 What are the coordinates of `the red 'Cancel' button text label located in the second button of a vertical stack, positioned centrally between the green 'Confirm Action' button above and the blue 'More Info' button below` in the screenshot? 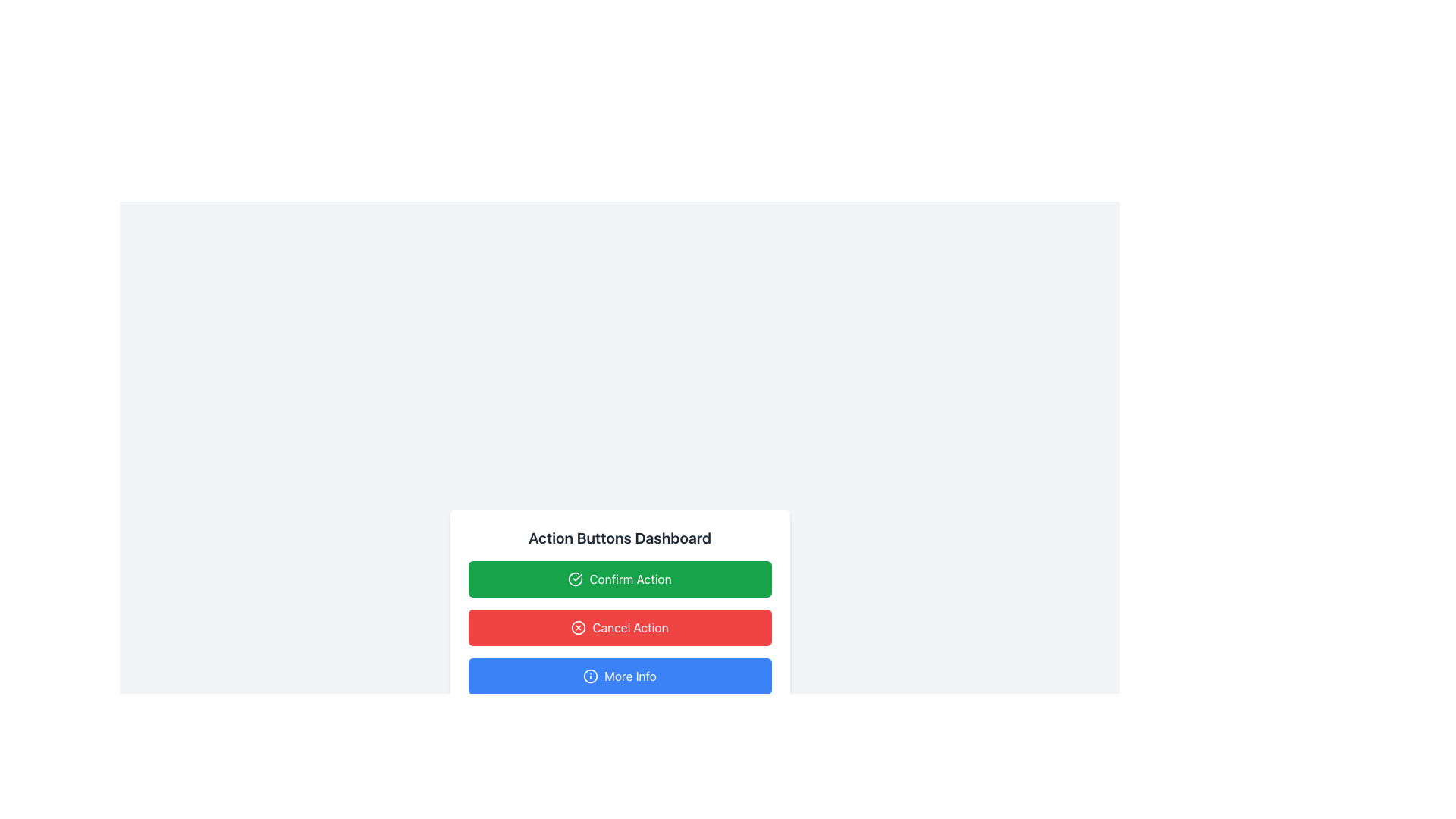 It's located at (630, 628).